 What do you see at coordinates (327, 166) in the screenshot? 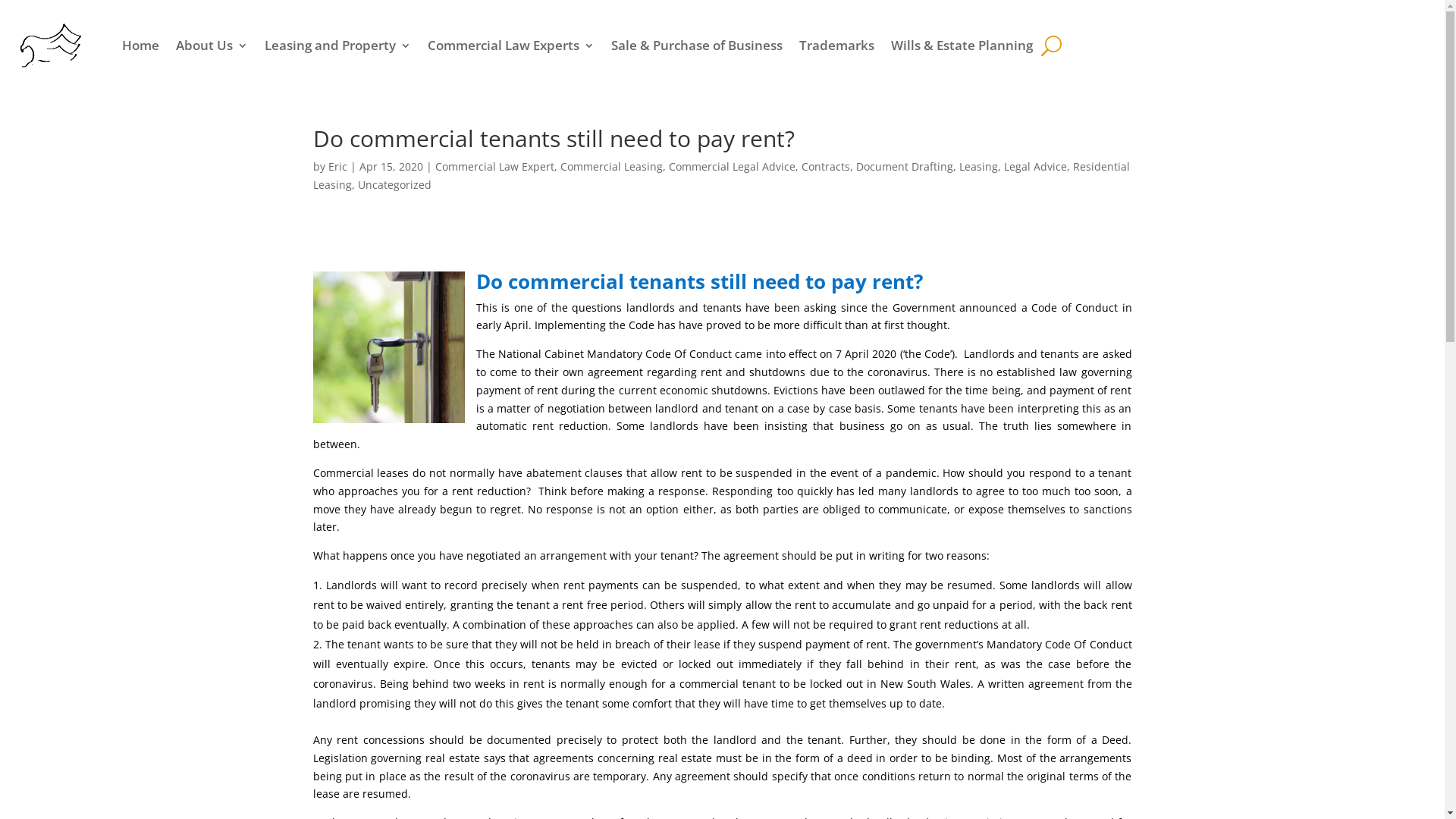
I see `'Eric'` at bounding box center [327, 166].